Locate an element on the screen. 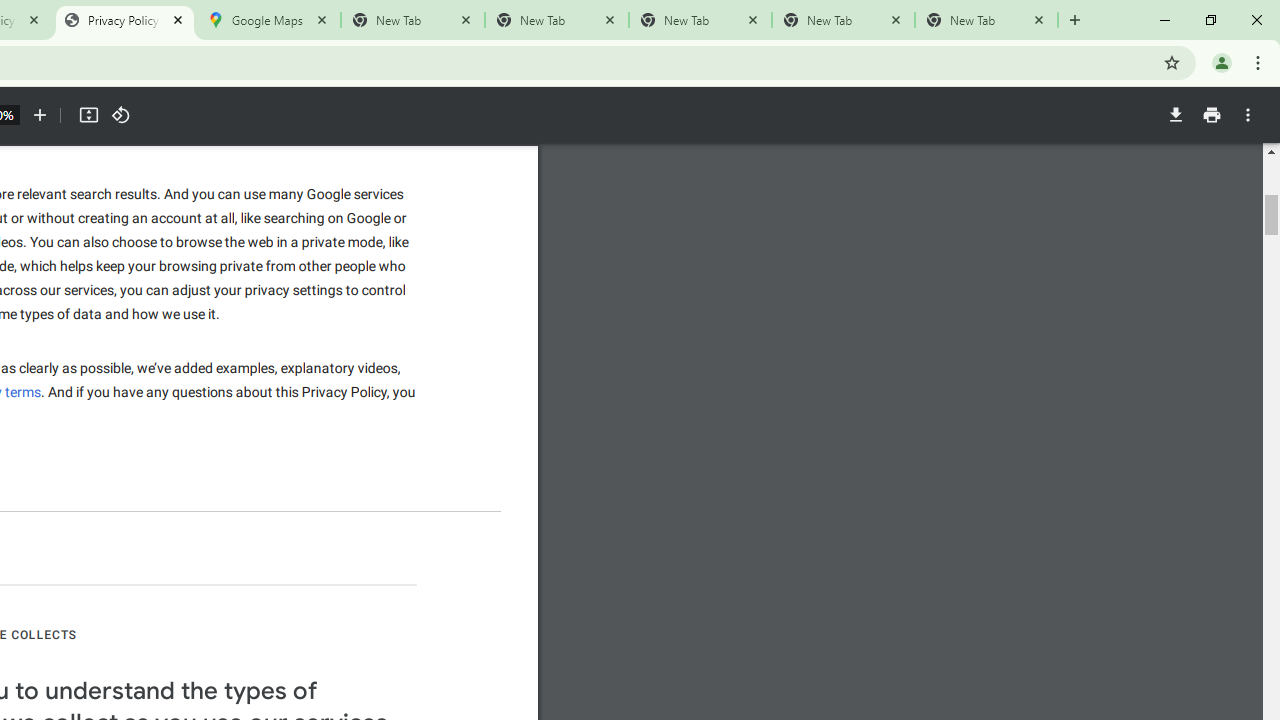 The image size is (1280, 720). 'Download' is located at coordinates (1175, 115).